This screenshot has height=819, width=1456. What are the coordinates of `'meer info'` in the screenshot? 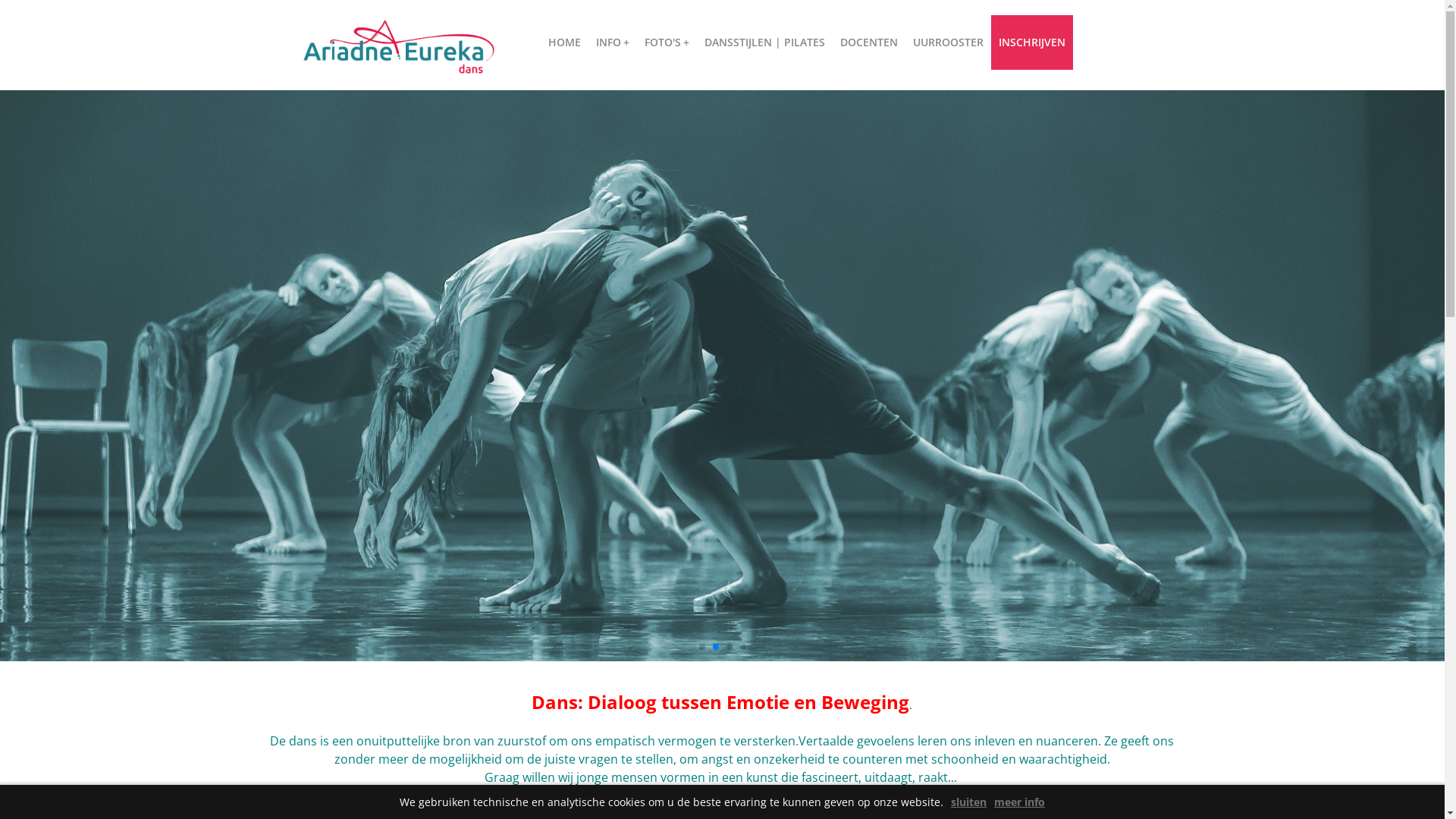 It's located at (1019, 801).